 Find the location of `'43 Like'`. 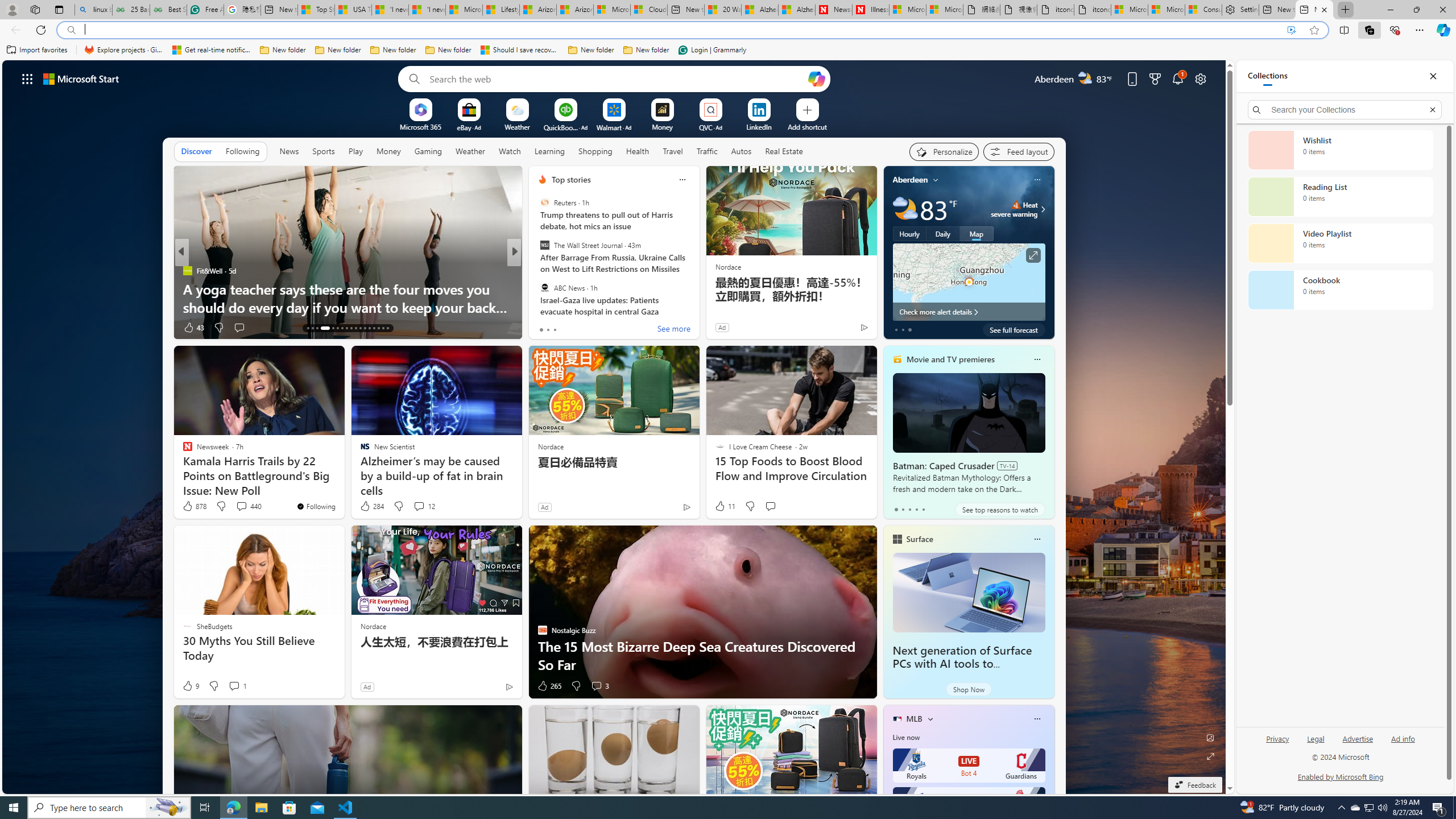

'43 Like' is located at coordinates (192, 327).